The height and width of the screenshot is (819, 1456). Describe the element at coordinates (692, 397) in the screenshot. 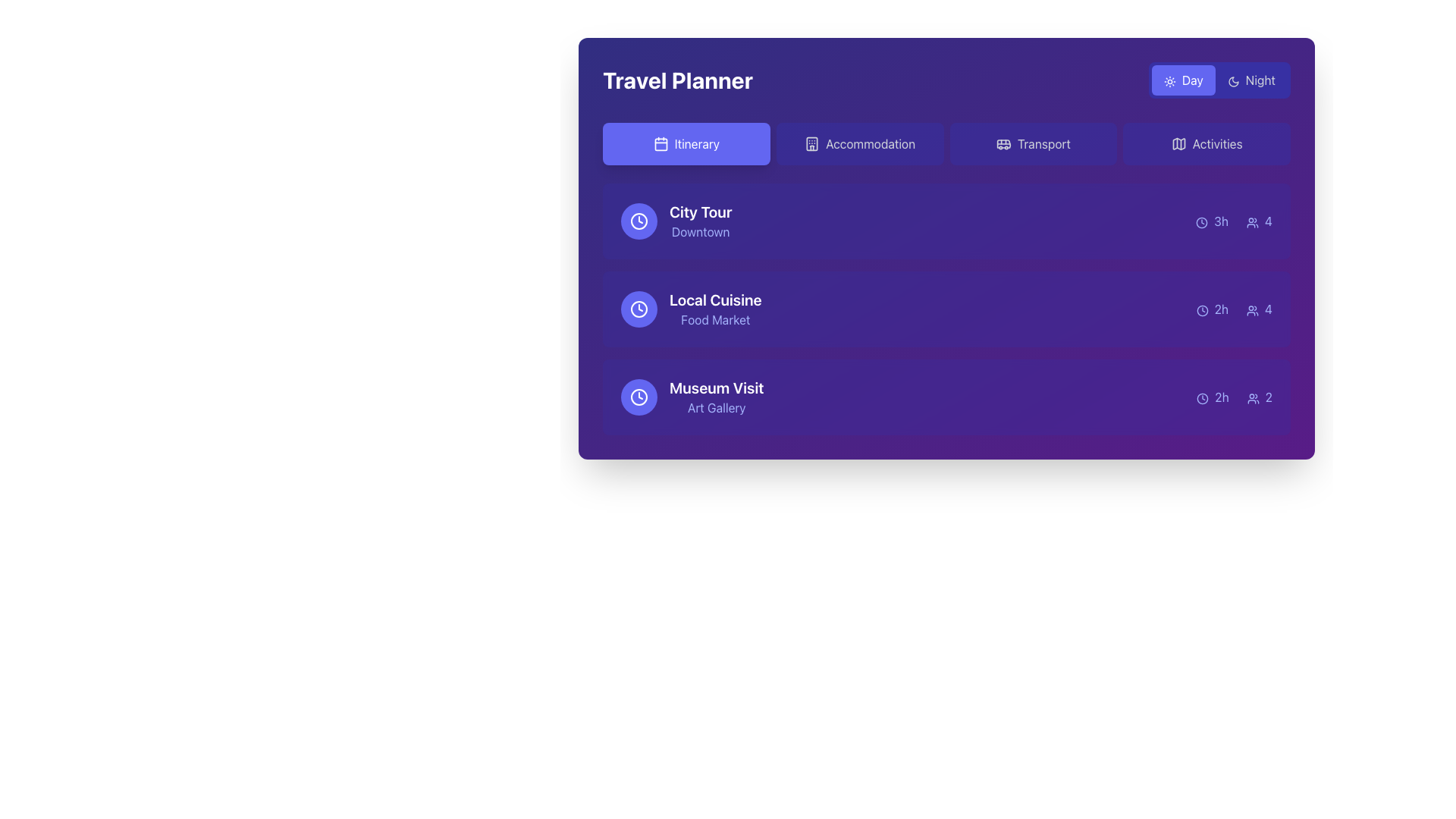

I see `the list item with a circular indigo clock icon and the text 'Museum Visit'` at that location.